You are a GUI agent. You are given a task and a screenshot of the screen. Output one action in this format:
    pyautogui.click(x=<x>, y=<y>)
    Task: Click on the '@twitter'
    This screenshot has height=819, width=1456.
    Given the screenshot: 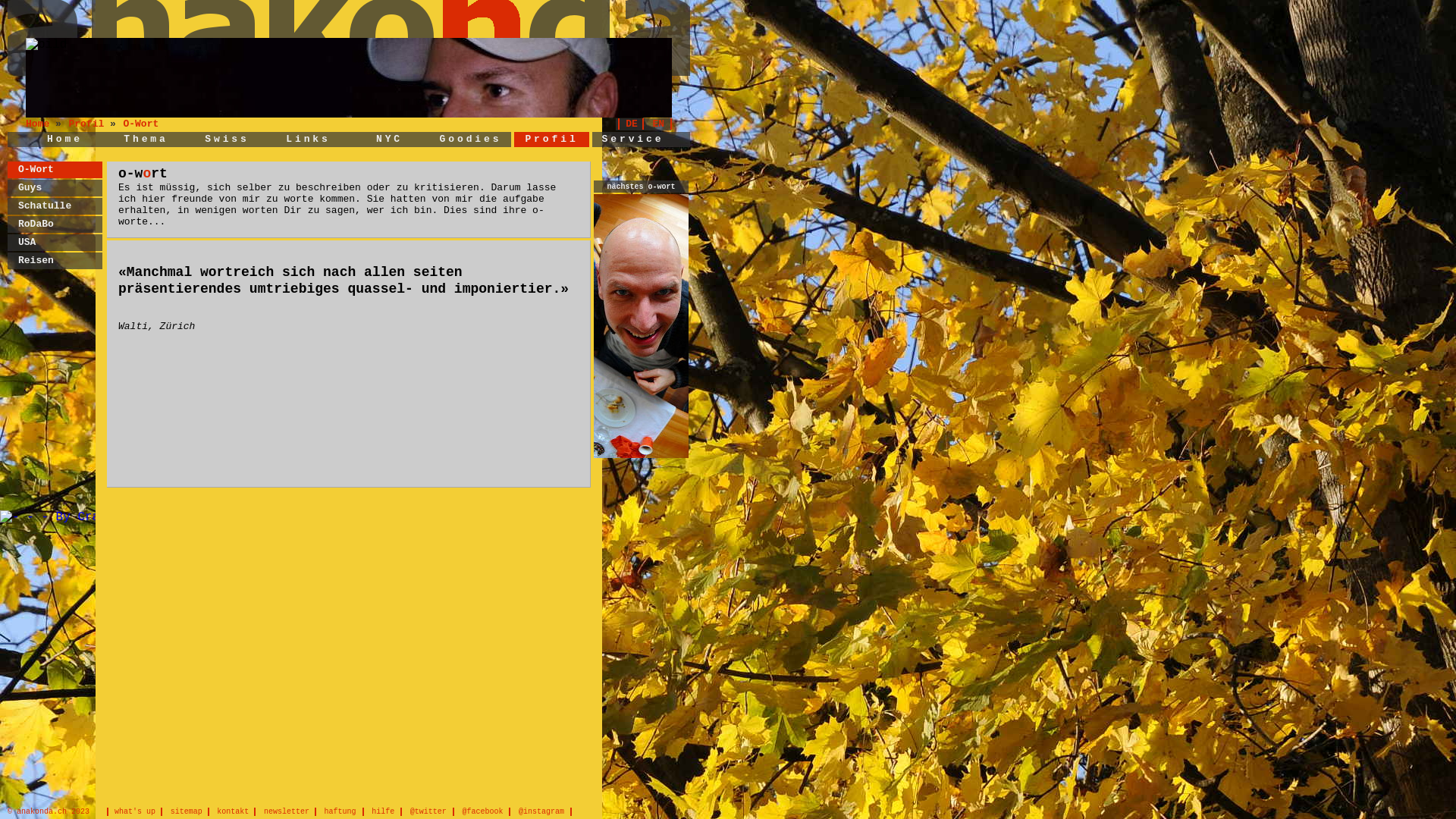 What is the action you would take?
    pyautogui.click(x=431, y=811)
    